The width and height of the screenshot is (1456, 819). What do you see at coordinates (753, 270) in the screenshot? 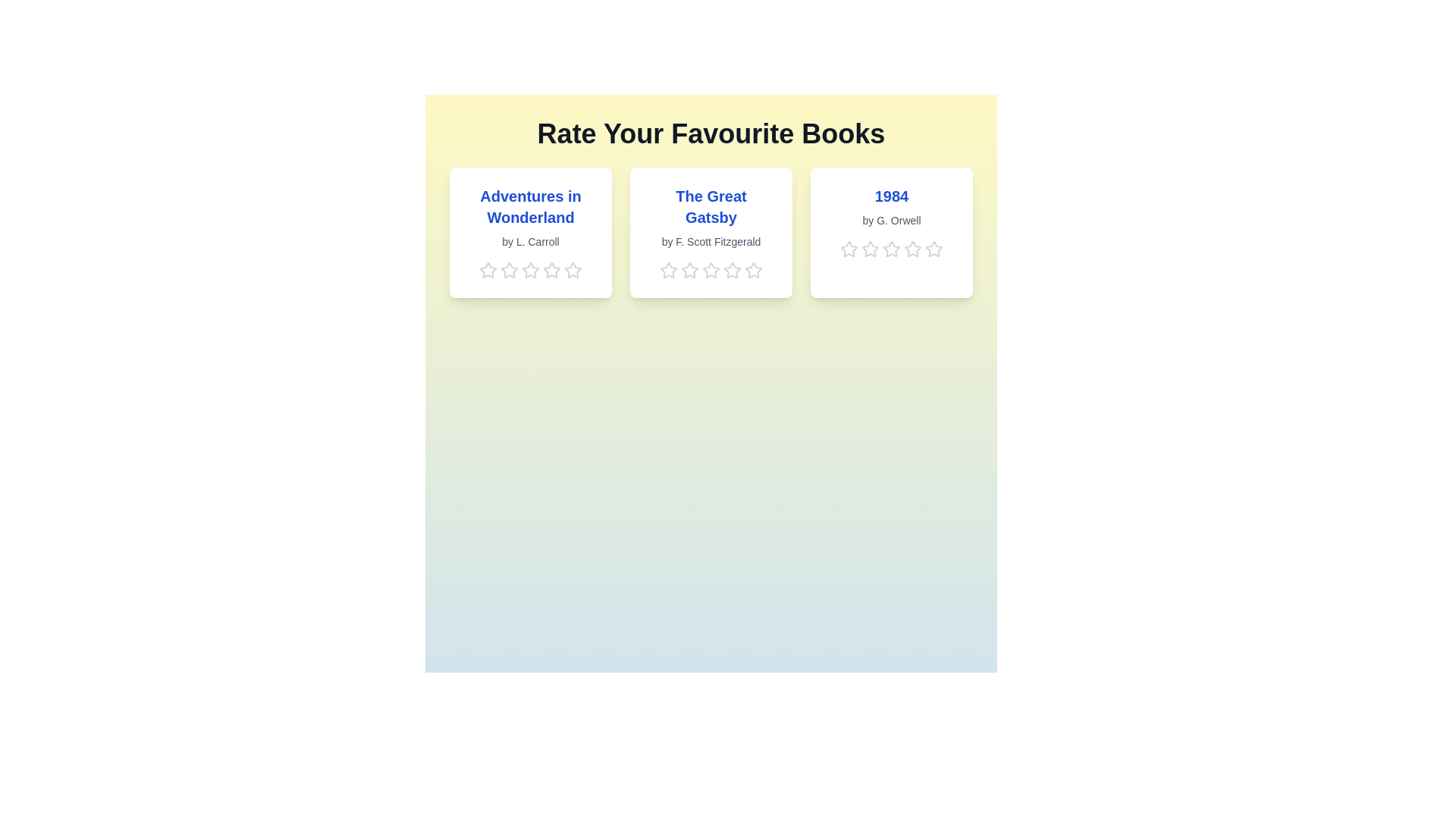
I see `the 5 star for the book titled 'The Great Gatsby'` at bounding box center [753, 270].